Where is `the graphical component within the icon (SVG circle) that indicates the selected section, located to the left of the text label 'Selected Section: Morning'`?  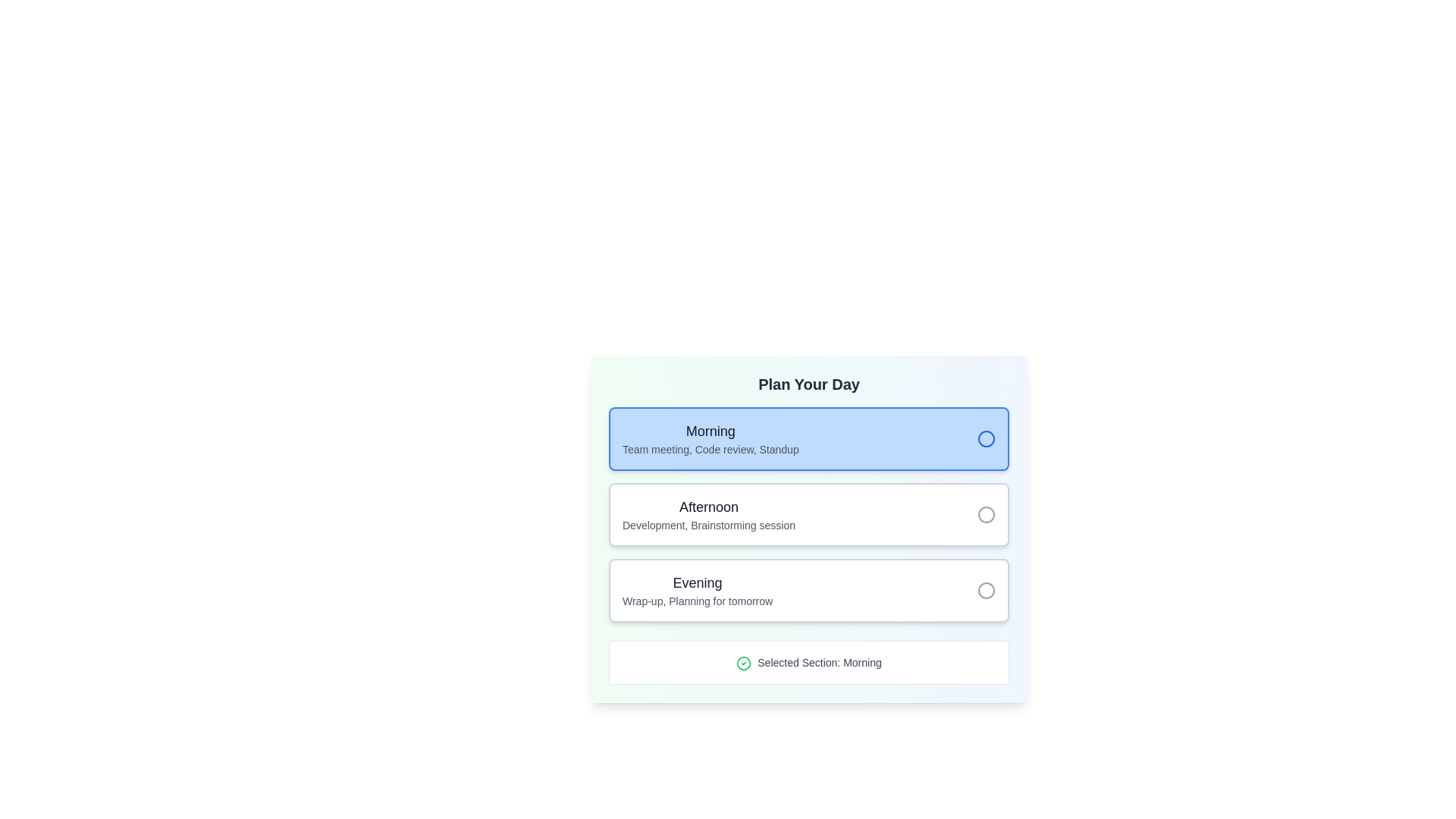
the graphical component within the icon (SVG circle) that indicates the selected section, located to the left of the text label 'Selected Section: Morning' is located at coordinates (744, 662).